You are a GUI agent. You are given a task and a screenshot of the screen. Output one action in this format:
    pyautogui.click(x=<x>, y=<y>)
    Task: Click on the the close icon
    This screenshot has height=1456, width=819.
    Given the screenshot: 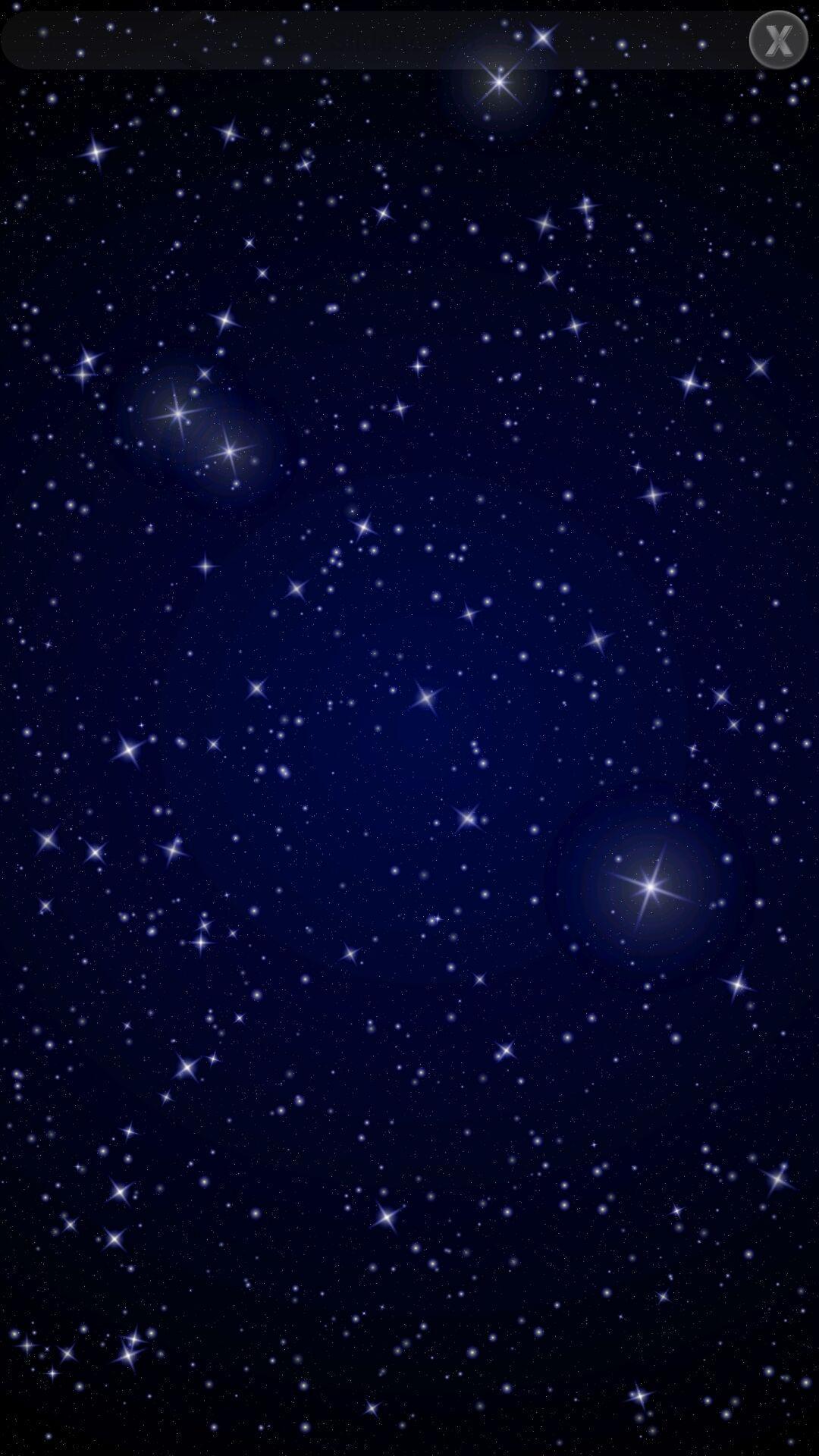 What is the action you would take?
    pyautogui.click(x=779, y=39)
    